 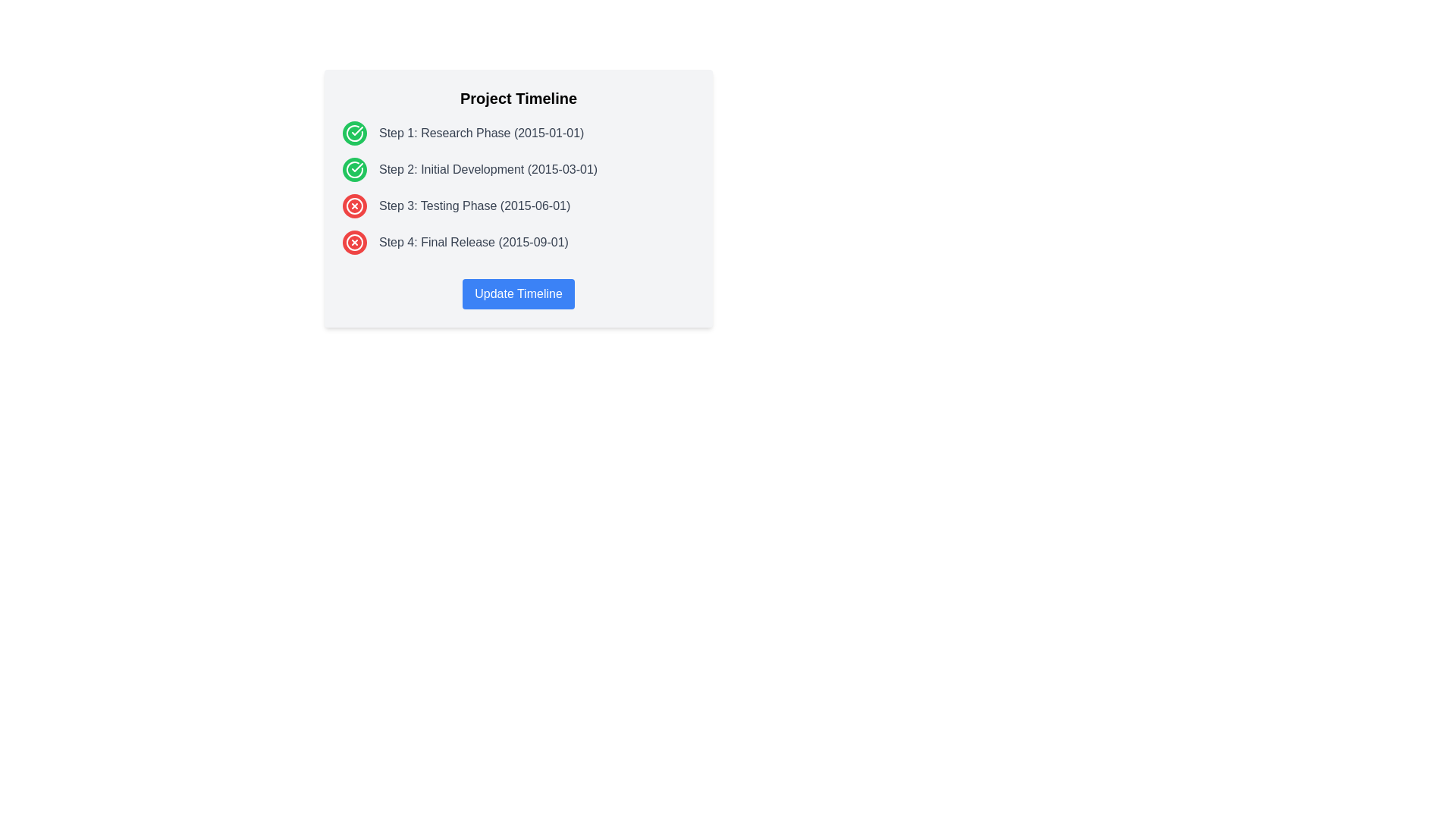 What do you see at coordinates (519, 242) in the screenshot?
I see `the timeline step element marked by a red circular icon with a cross symbol and labeled 'Step 4: Final Release (2015-09-01)', which is the last step in the sequence` at bounding box center [519, 242].